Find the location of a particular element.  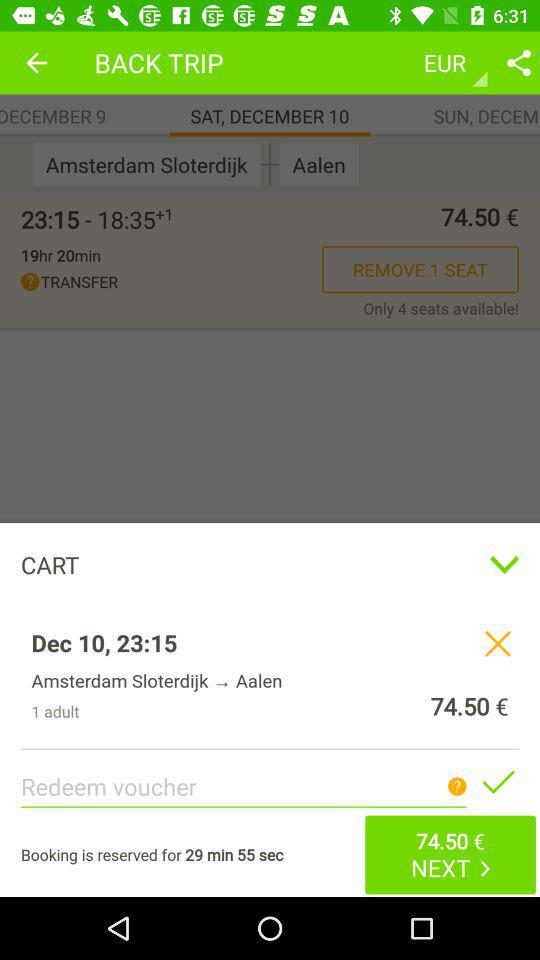

confirm the redeem voucher code is located at coordinates (496, 781).